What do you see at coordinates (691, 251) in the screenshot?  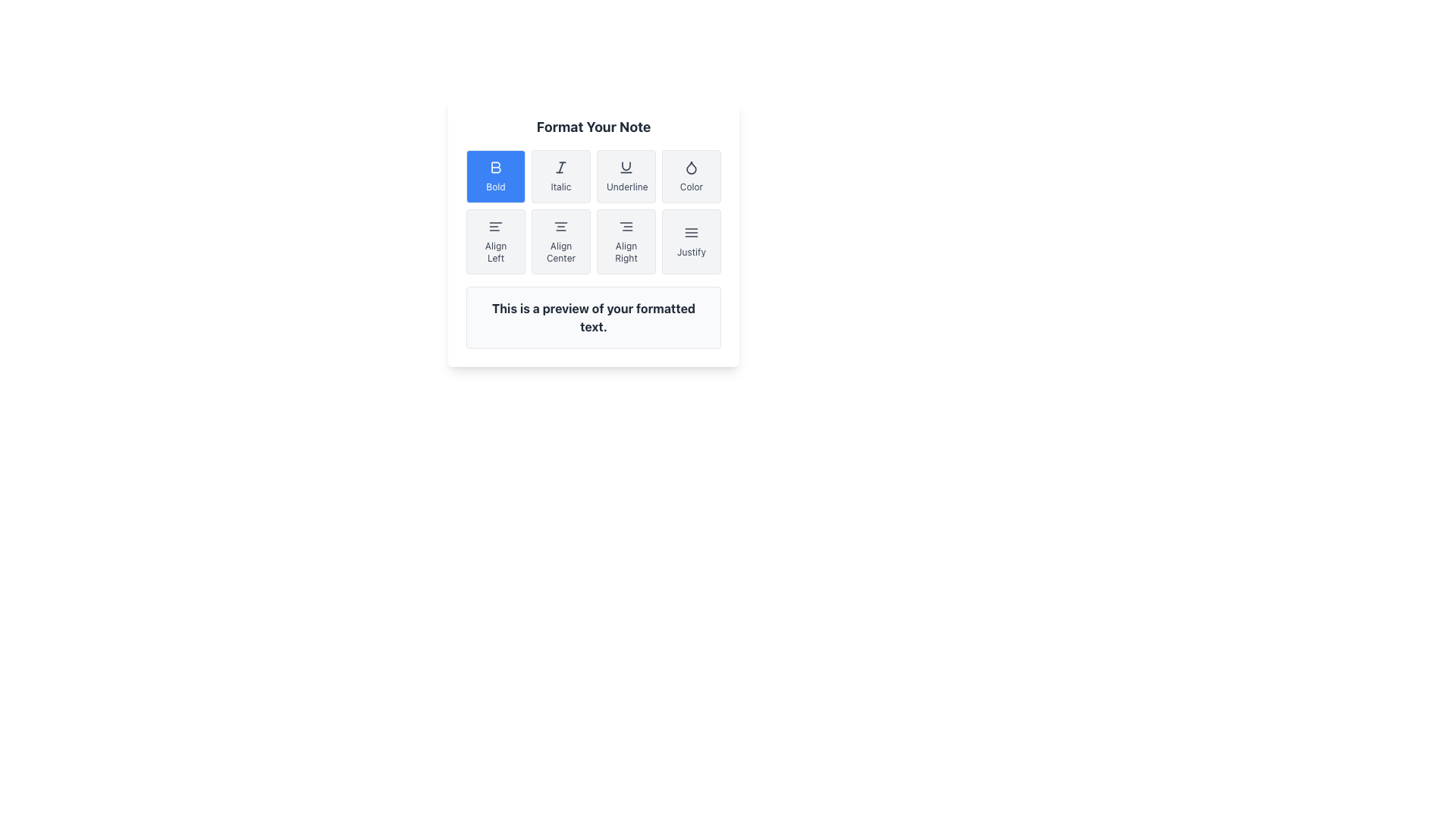 I see `the descriptive label for the 'Justify' text alignment button located in the bottom row of the grid under the 'Format Your Note' section` at bounding box center [691, 251].